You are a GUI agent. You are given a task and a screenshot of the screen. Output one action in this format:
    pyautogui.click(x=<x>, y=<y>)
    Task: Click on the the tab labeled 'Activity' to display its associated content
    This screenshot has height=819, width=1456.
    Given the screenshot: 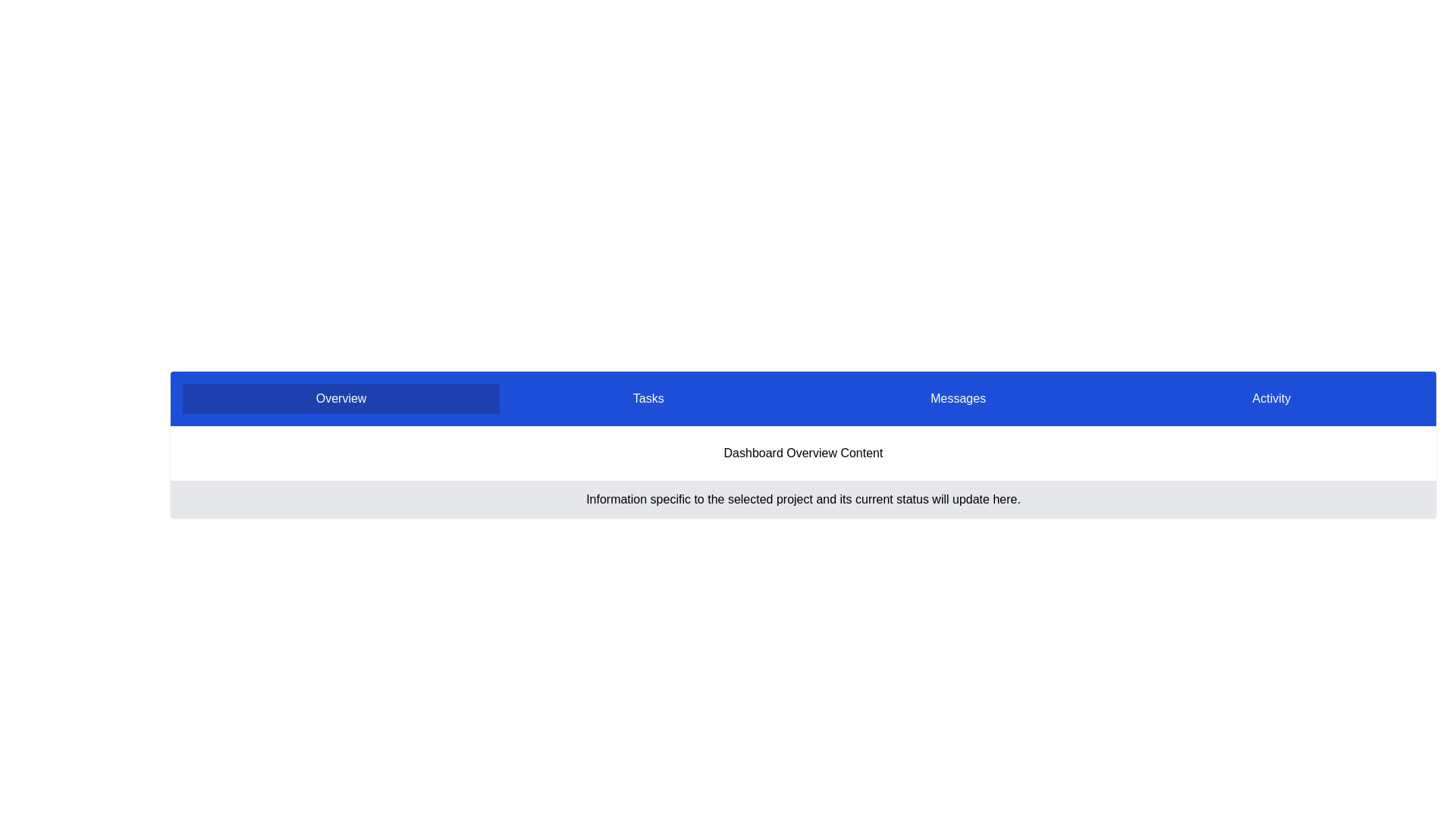 What is the action you would take?
    pyautogui.click(x=1271, y=397)
    